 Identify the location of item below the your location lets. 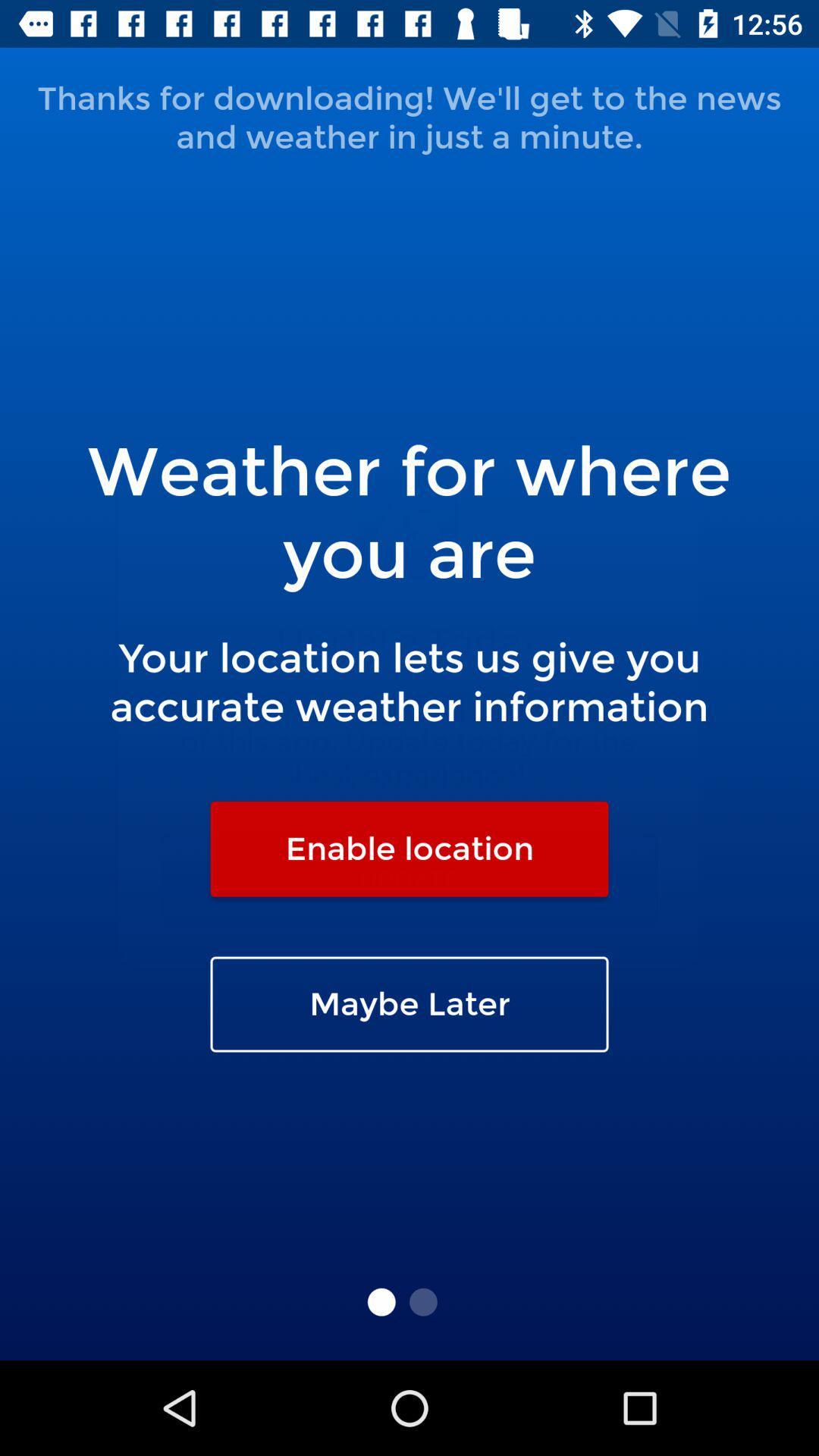
(409, 848).